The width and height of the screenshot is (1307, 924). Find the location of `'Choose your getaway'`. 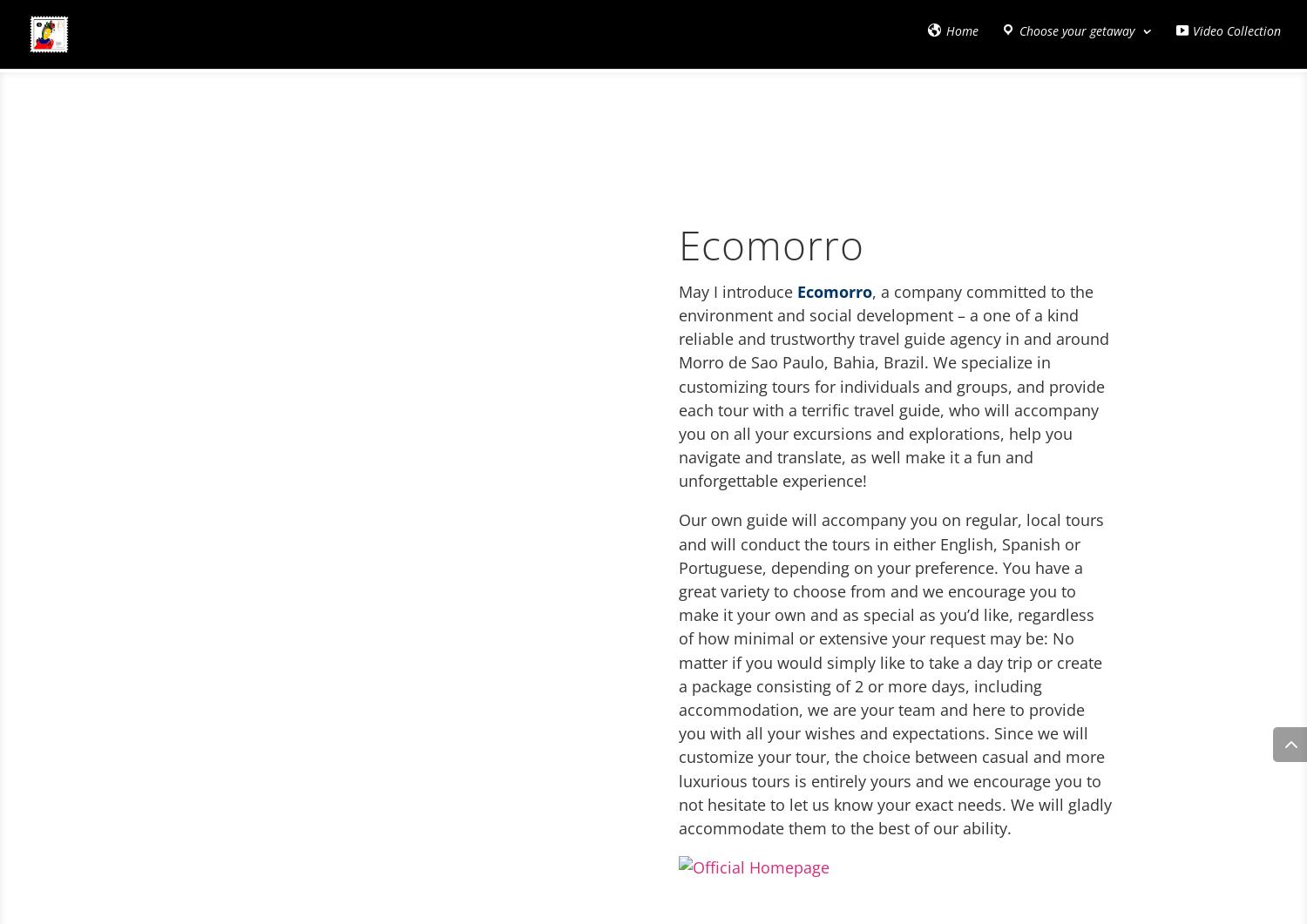

'Choose your getaway' is located at coordinates (1074, 36).